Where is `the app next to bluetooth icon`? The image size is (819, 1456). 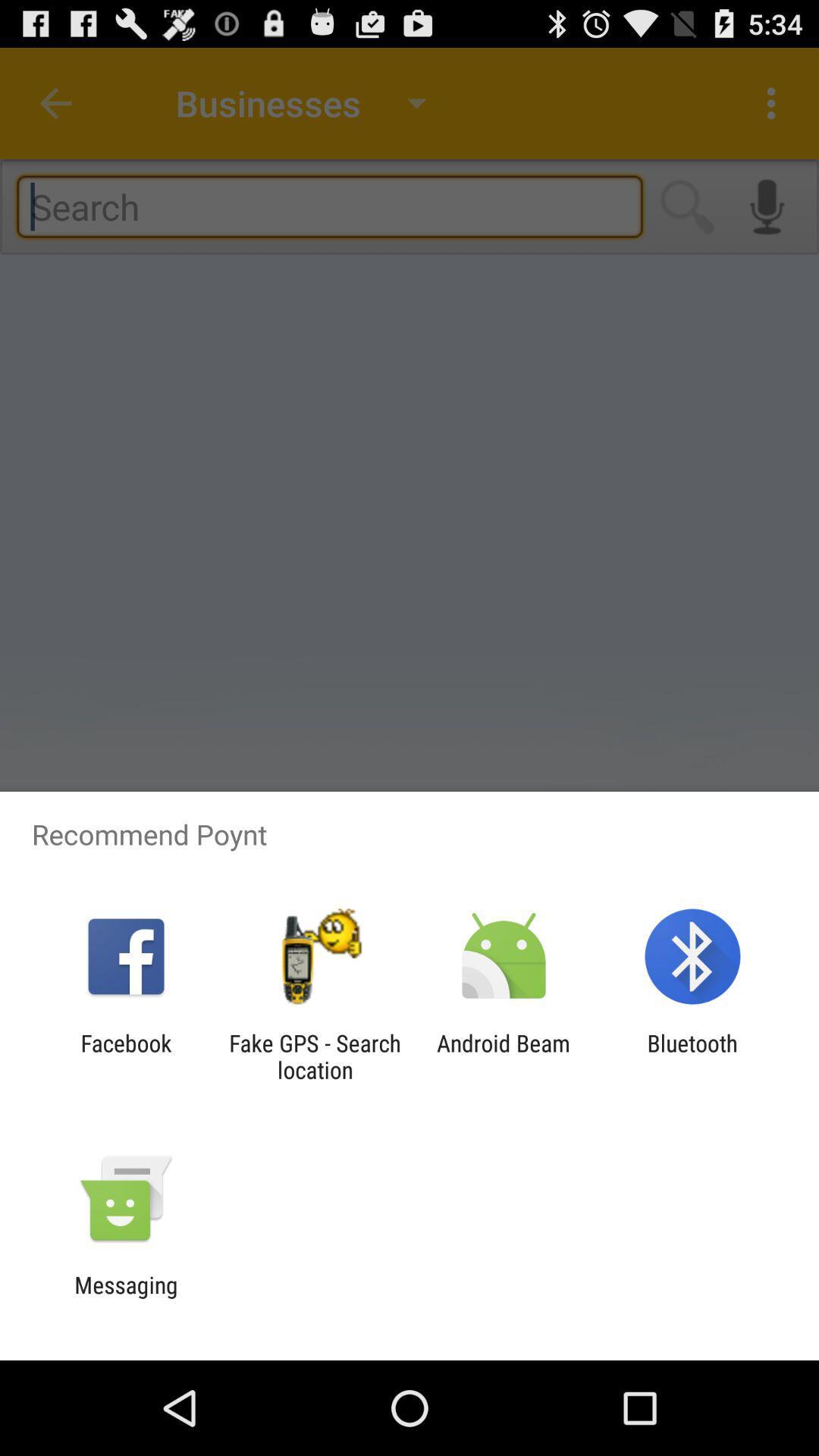 the app next to bluetooth icon is located at coordinates (504, 1056).